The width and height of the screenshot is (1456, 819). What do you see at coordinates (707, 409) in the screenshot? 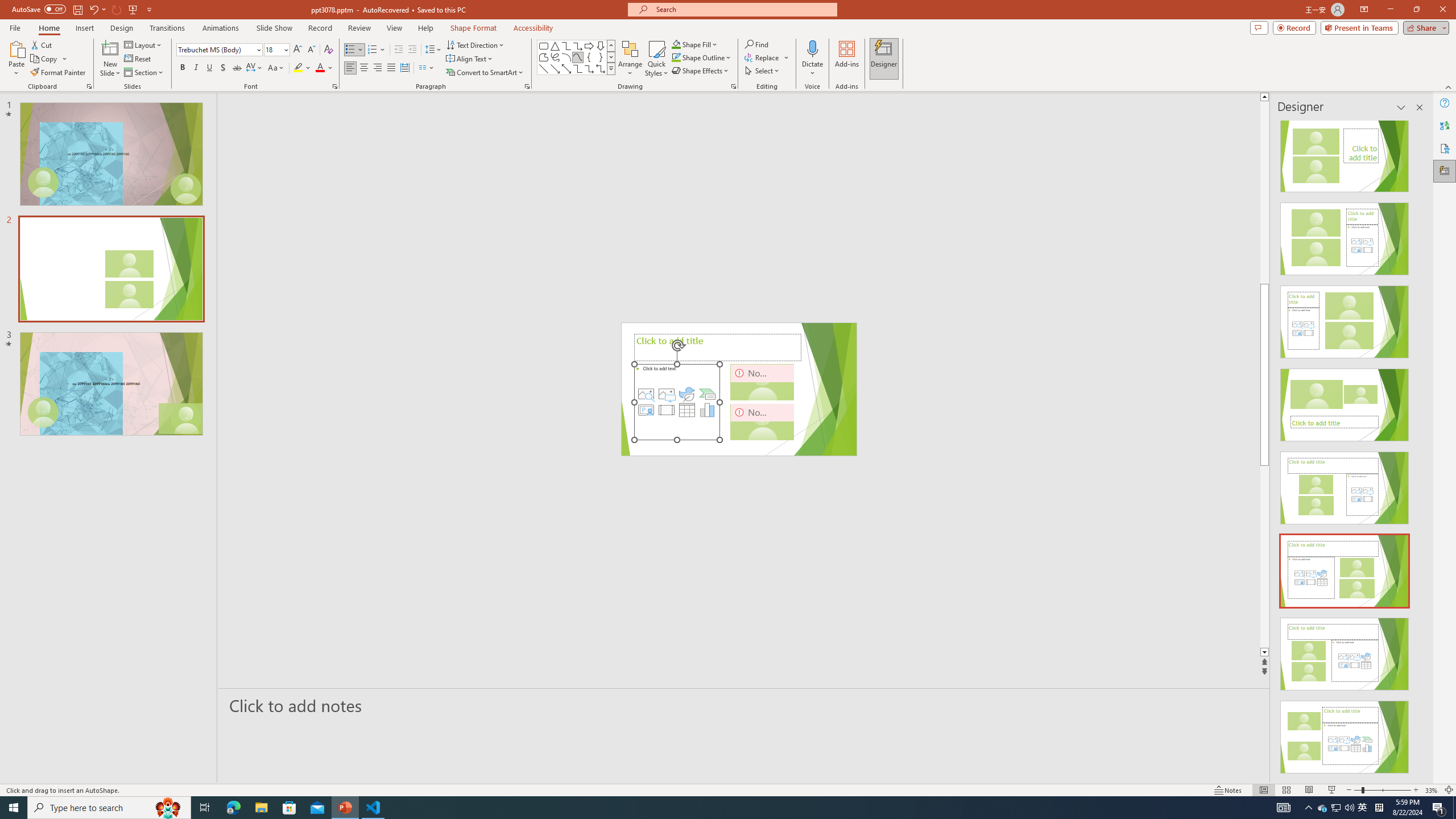
I see `'Insert Chart'` at bounding box center [707, 409].